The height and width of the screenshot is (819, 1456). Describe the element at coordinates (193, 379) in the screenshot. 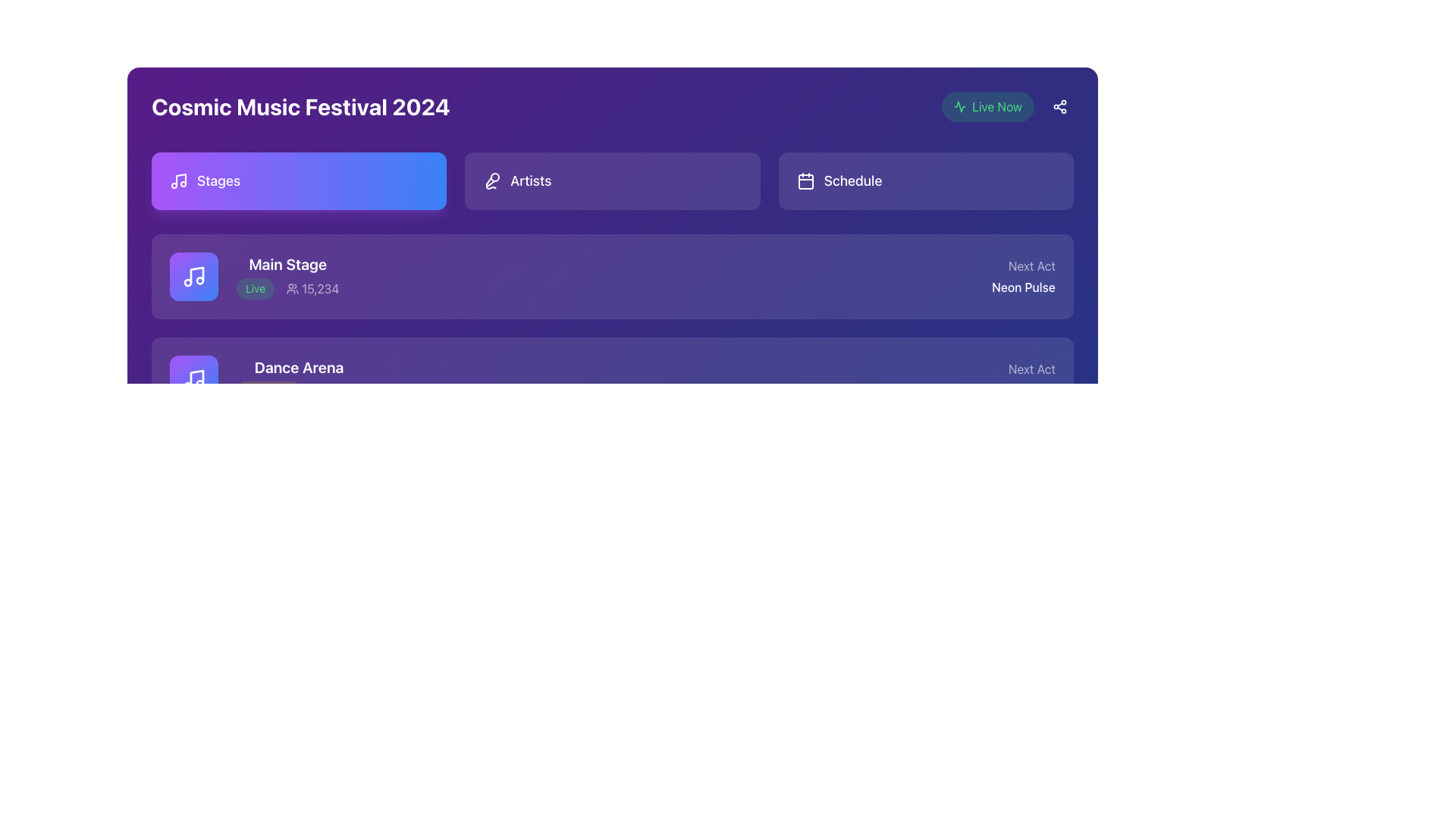

I see `the square-shaped icon with a gradient background from purple to blue, featuring a white music note symbol, located to the left of the 'Dance Arena' entry in the list of stages` at that location.